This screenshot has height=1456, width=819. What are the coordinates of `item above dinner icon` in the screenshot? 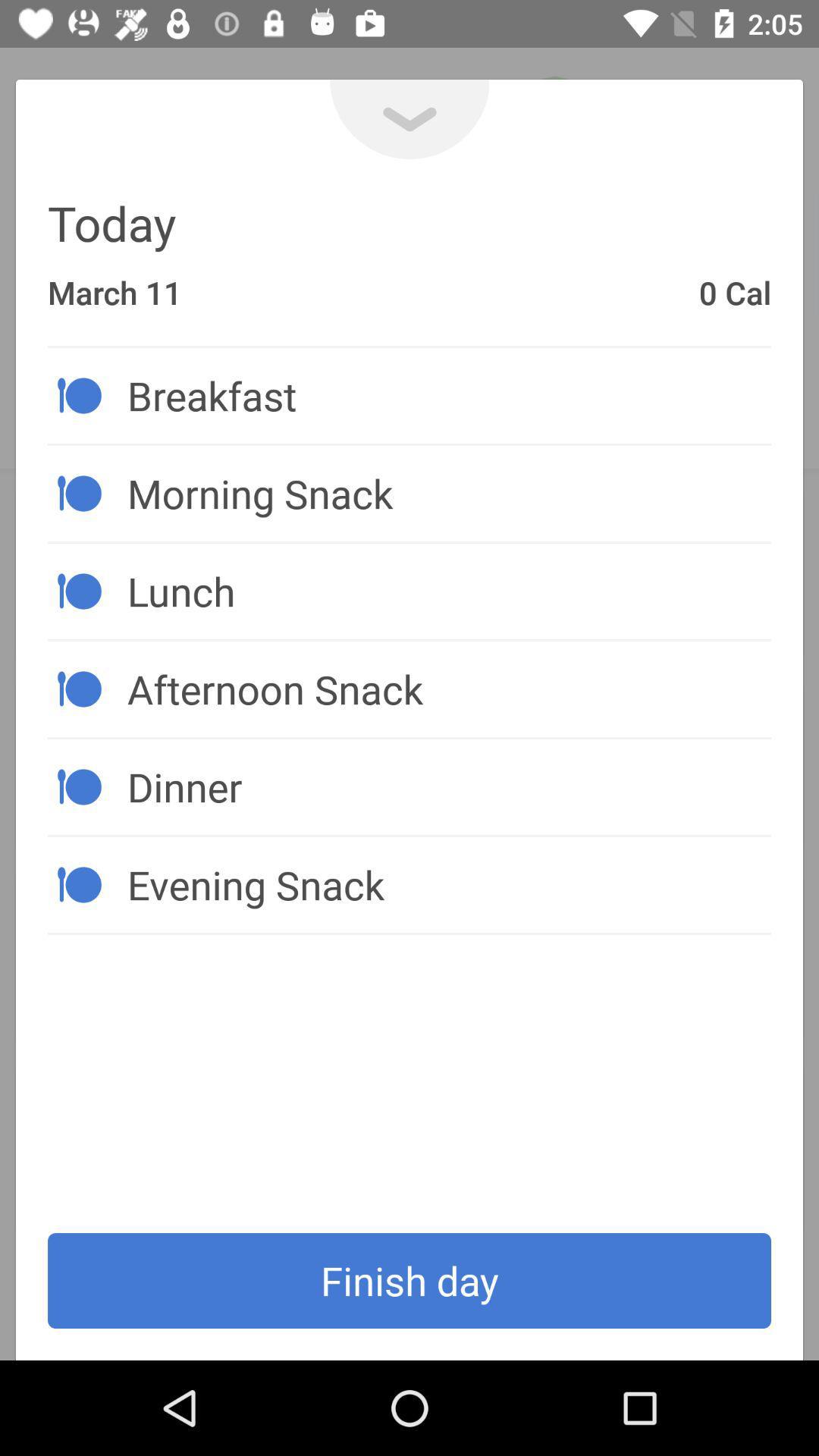 It's located at (448, 688).